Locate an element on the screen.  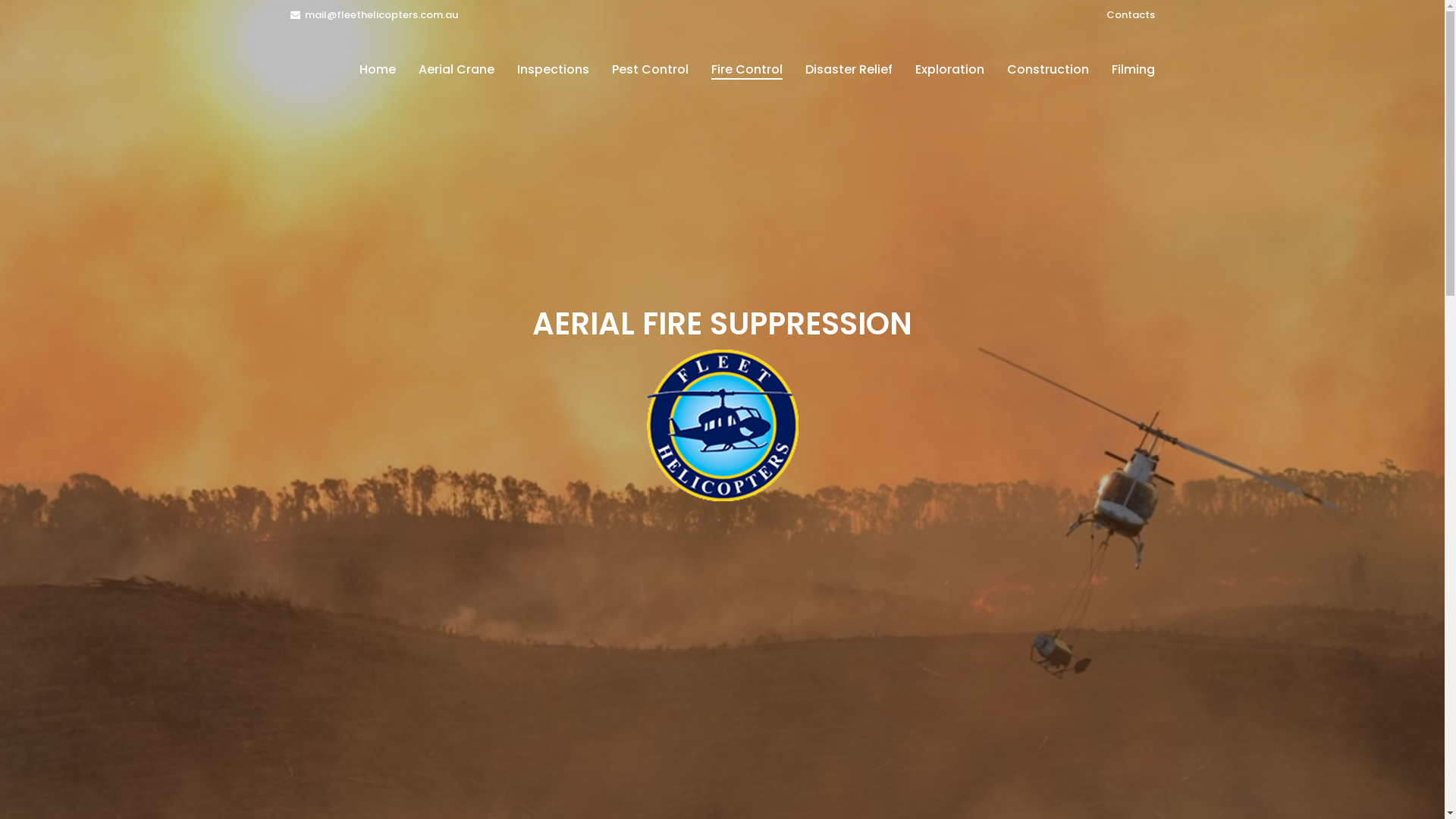
'Exploration' is located at coordinates (903, 70).